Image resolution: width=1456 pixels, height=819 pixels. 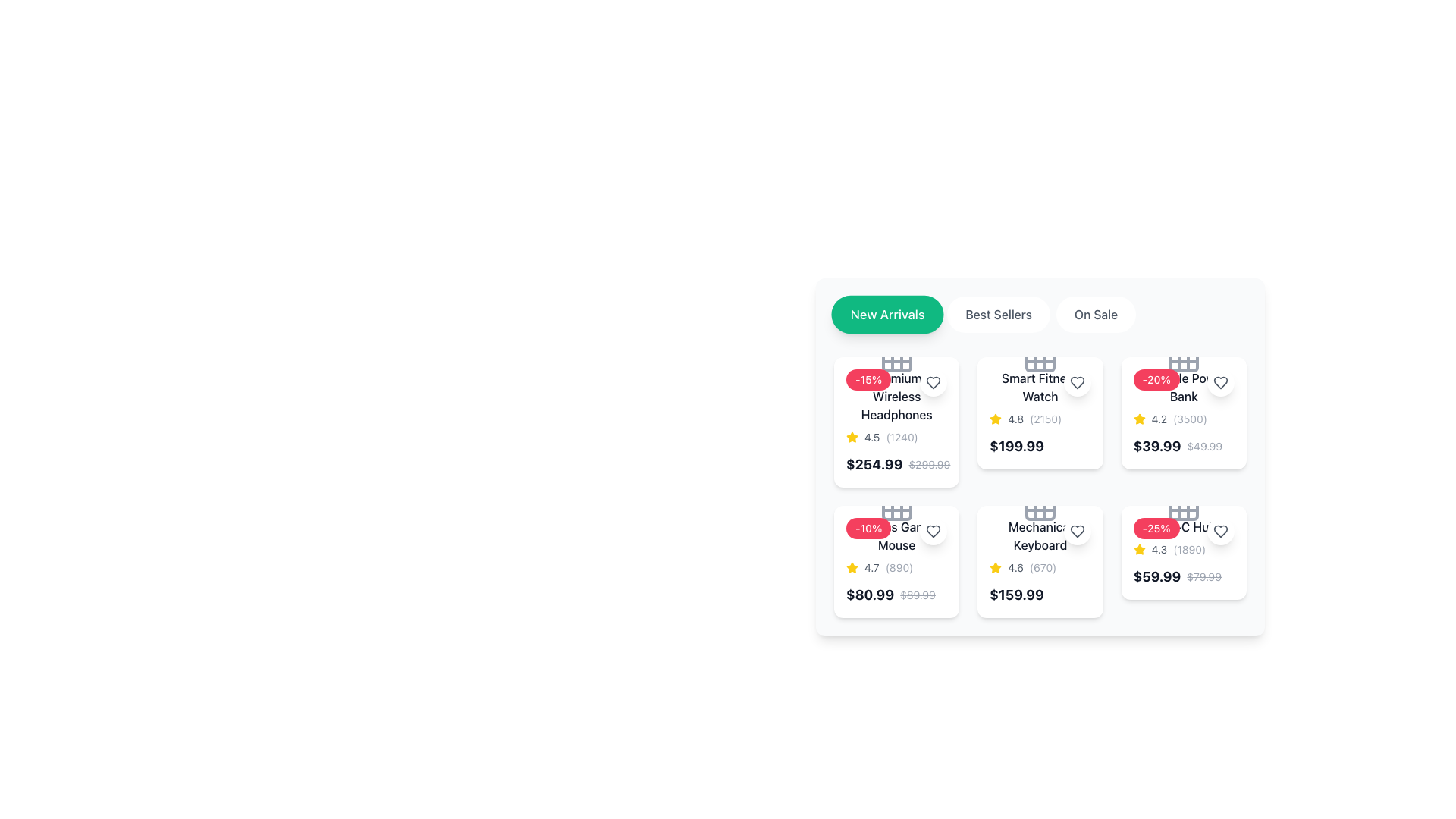 I want to click on the grid icon with a gray outline located centrally within the 'Mechanical Keyboard' product card, so click(x=1040, y=506).